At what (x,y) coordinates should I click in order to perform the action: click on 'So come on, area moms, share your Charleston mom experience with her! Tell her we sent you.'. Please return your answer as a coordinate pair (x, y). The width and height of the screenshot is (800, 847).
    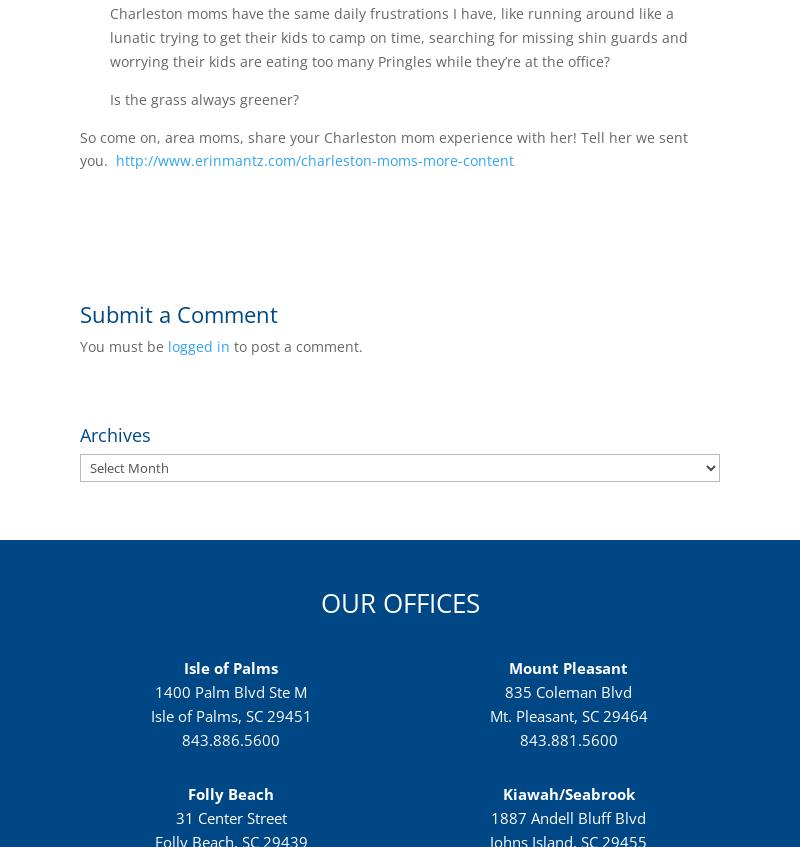
    Looking at the image, I should click on (383, 147).